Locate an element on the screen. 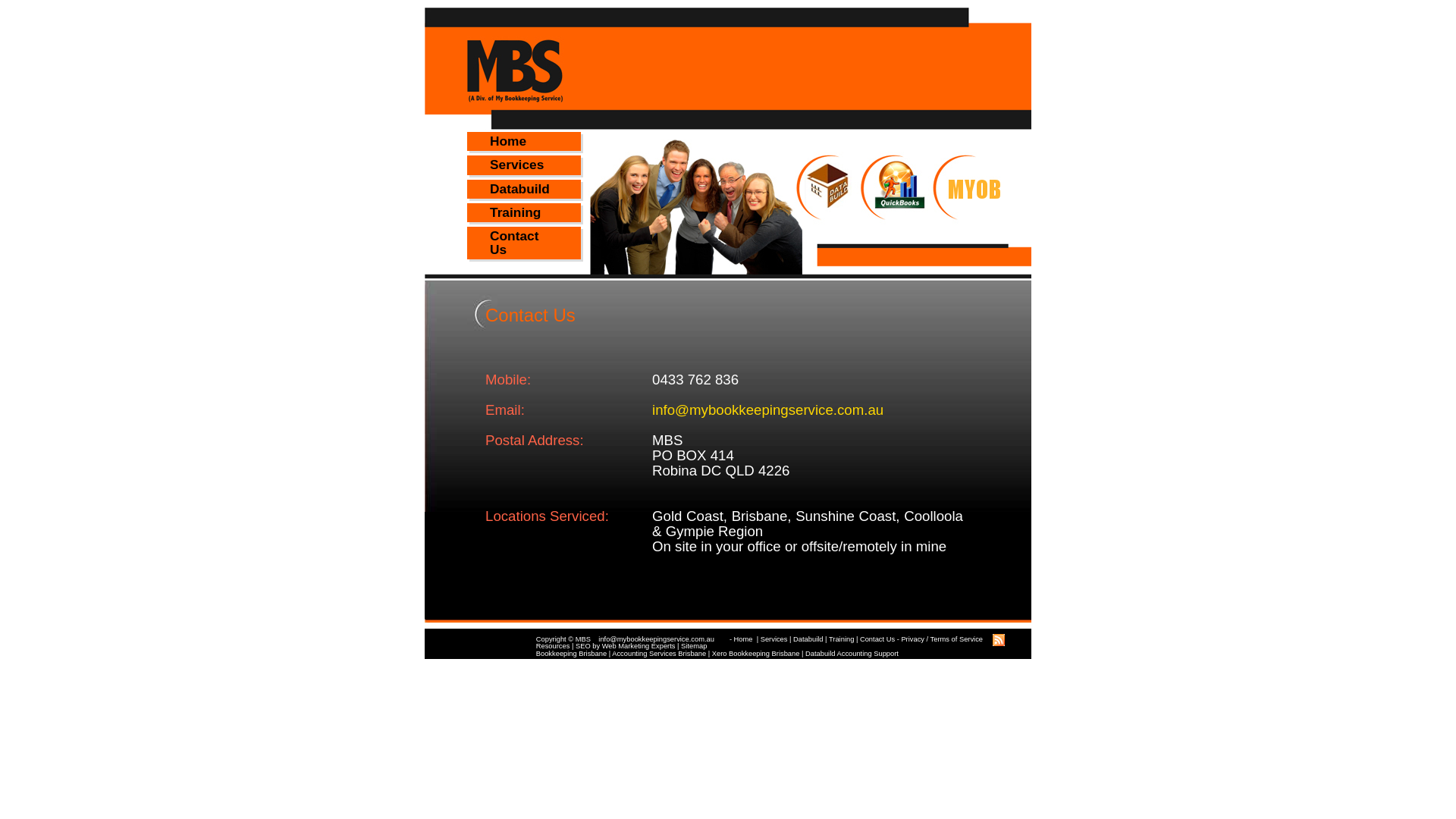 The image size is (1456, 819). 'Training' is located at coordinates (524, 212).